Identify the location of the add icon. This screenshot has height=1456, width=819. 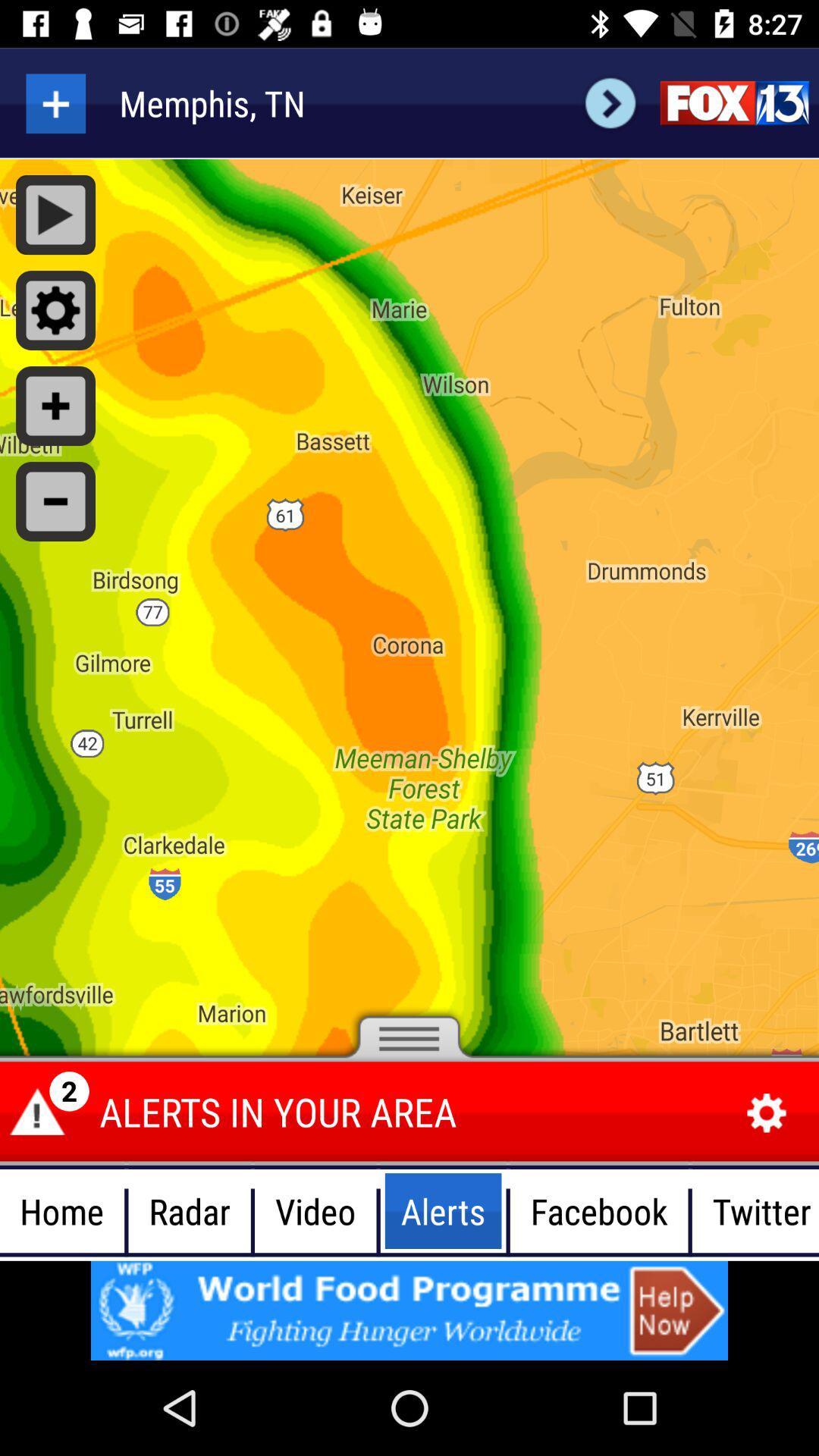
(55, 102).